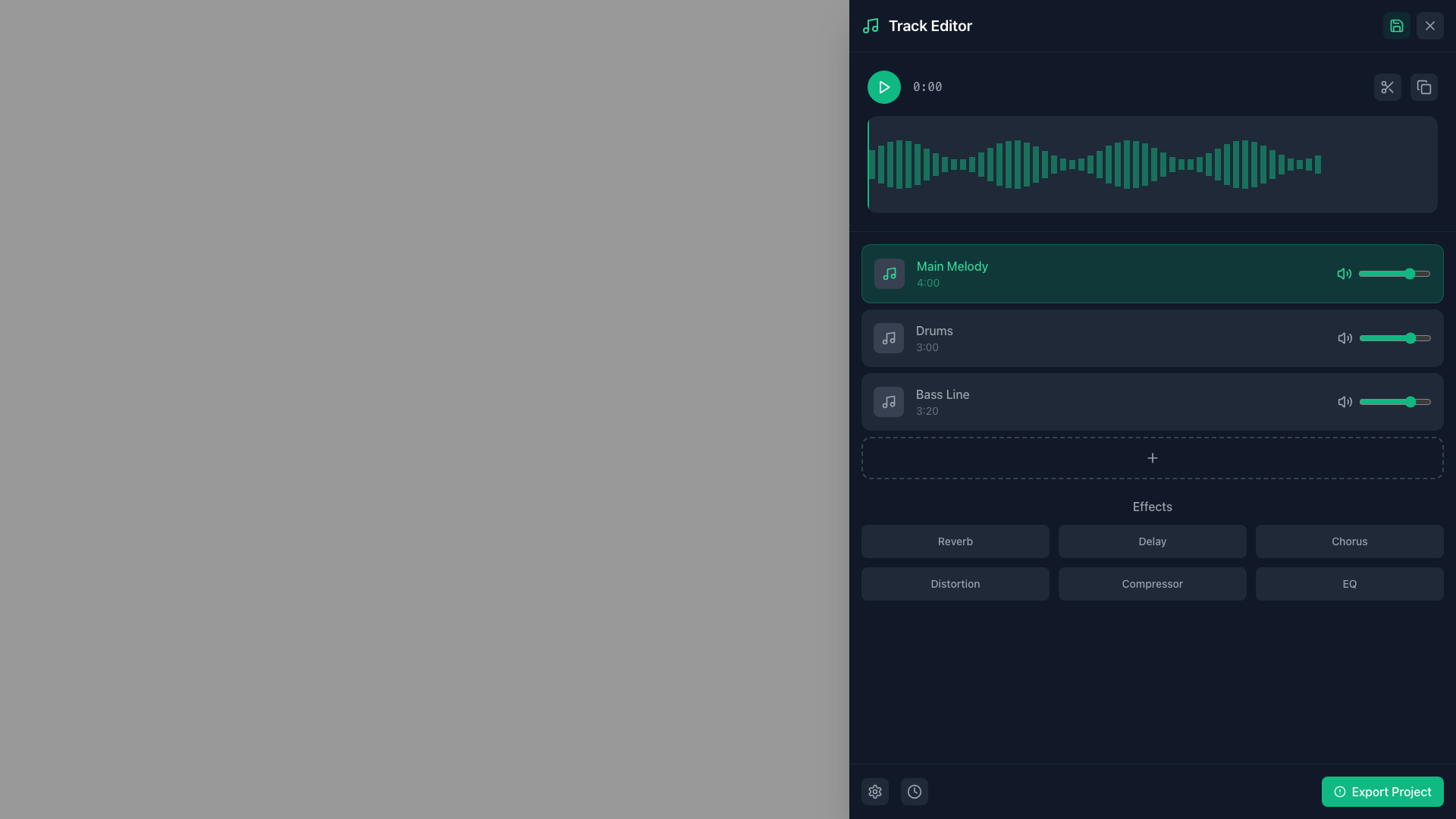  I want to click on the slider value, so click(1411, 274).